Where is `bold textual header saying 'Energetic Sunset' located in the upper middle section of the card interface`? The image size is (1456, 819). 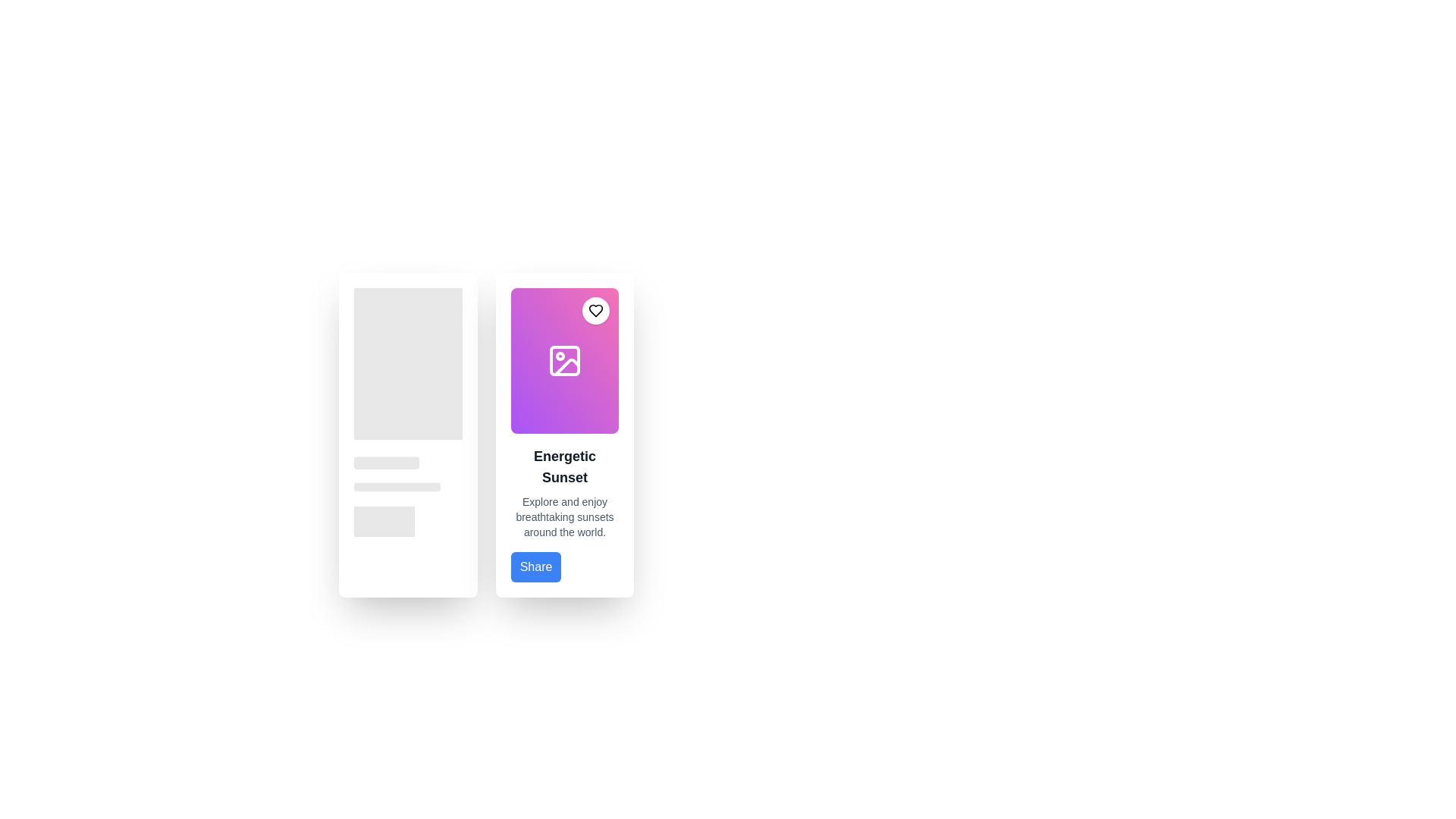 bold textual header saying 'Energetic Sunset' located in the upper middle section of the card interface is located at coordinates (563, 466).